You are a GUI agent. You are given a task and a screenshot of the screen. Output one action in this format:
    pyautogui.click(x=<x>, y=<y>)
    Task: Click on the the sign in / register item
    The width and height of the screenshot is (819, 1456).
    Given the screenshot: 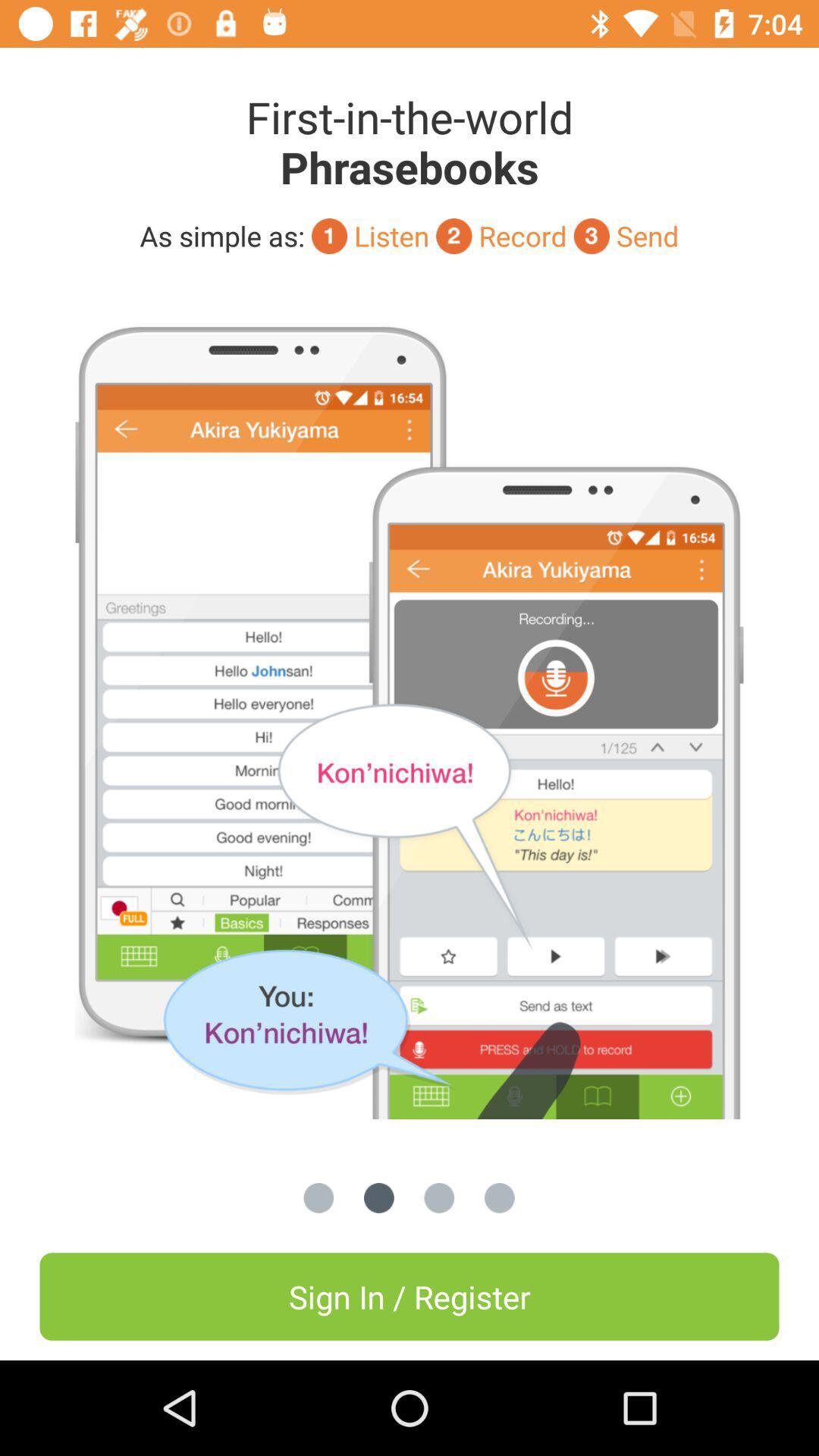 What is the action you would take?
    pyautogui.click(x=409, y=1295)
    